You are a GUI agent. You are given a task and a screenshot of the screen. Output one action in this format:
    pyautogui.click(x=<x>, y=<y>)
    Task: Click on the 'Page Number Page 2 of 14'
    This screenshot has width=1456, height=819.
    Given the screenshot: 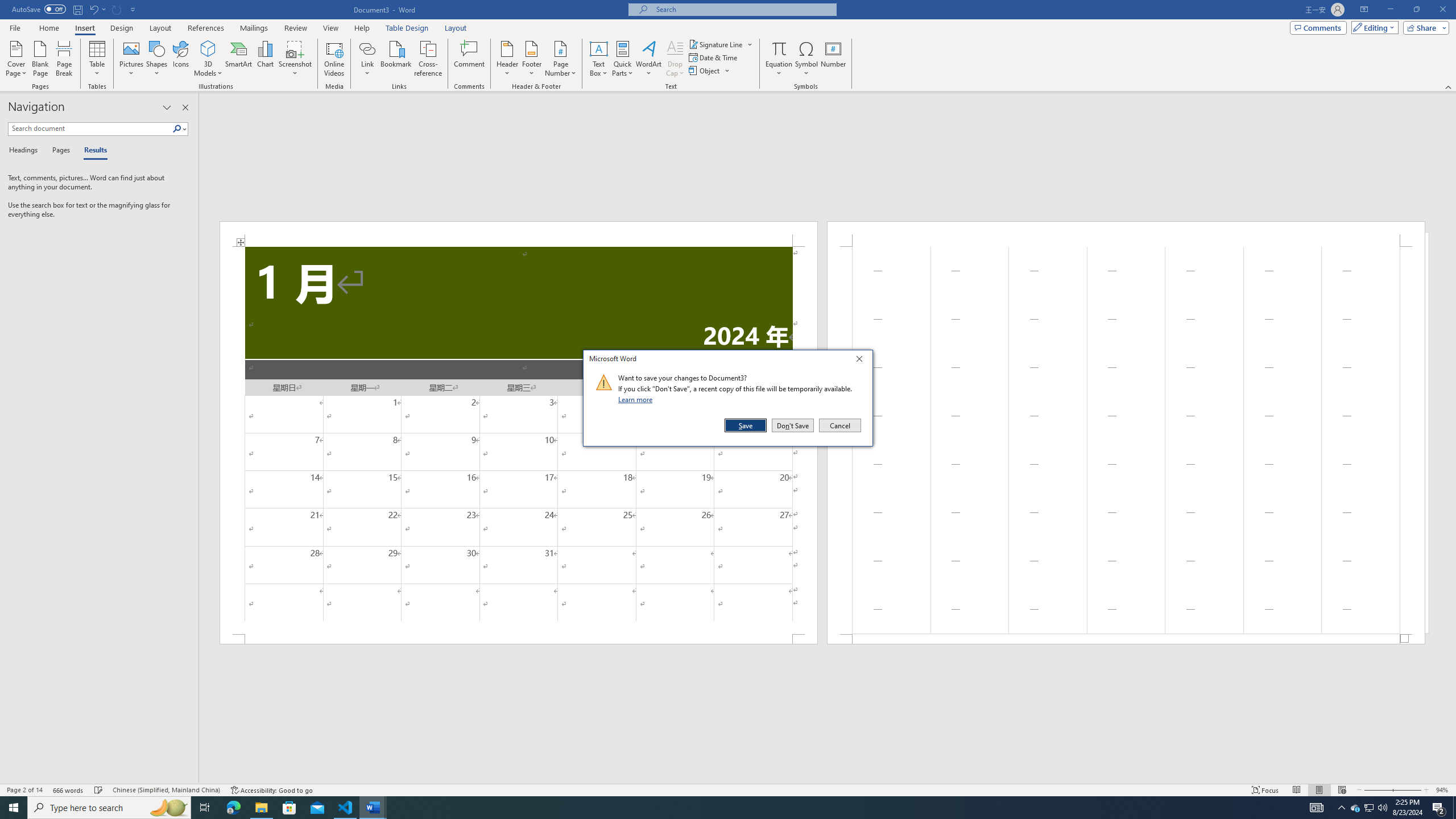 What is the action you would take?
    pyautogui.click(x=24, y=790)
    